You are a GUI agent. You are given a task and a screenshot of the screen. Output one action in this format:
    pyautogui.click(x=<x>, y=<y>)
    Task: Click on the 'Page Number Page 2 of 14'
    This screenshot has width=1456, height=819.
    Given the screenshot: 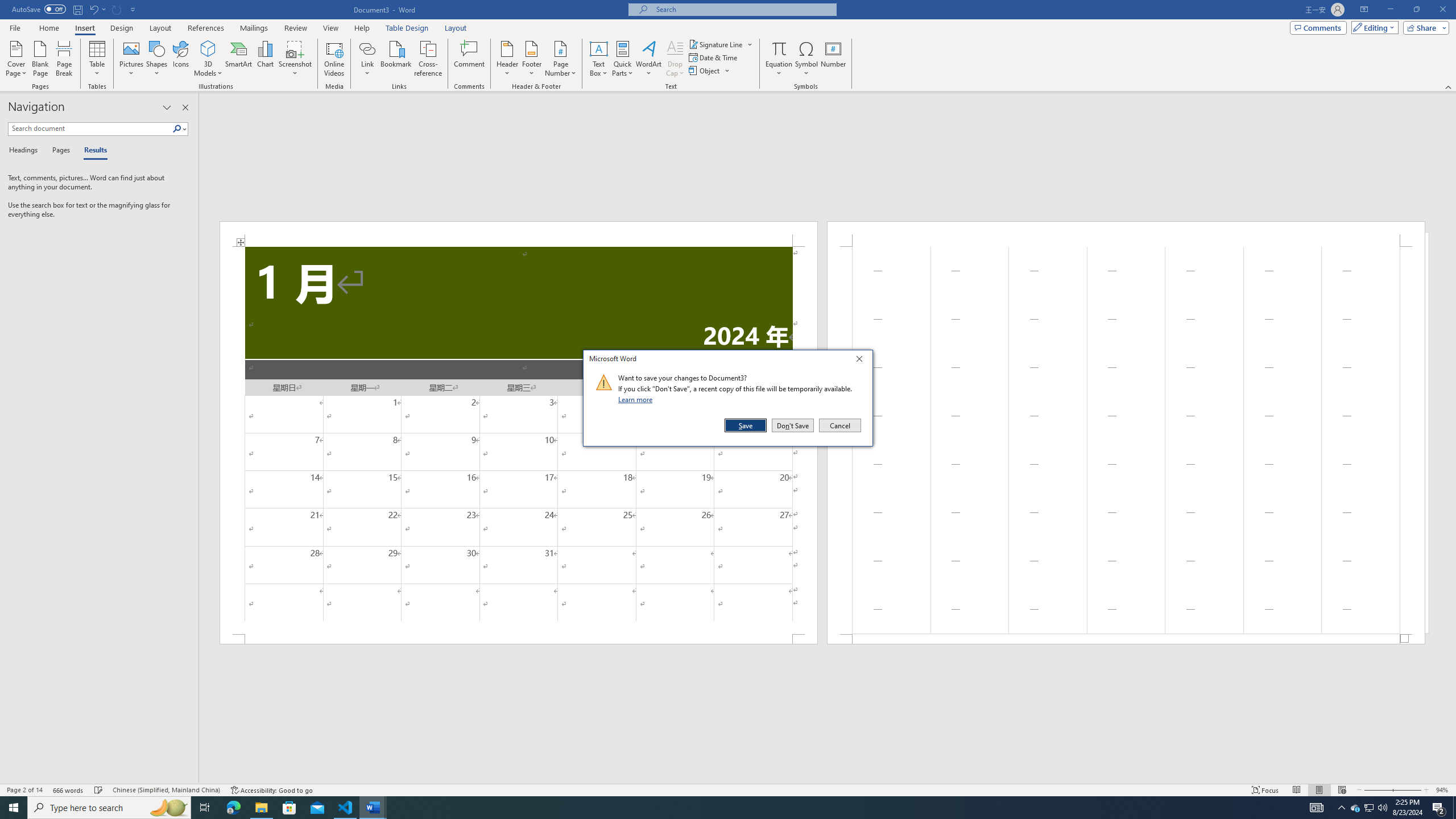 What is the action you would take?
    pyautogui.click(x=24, y=790)
    